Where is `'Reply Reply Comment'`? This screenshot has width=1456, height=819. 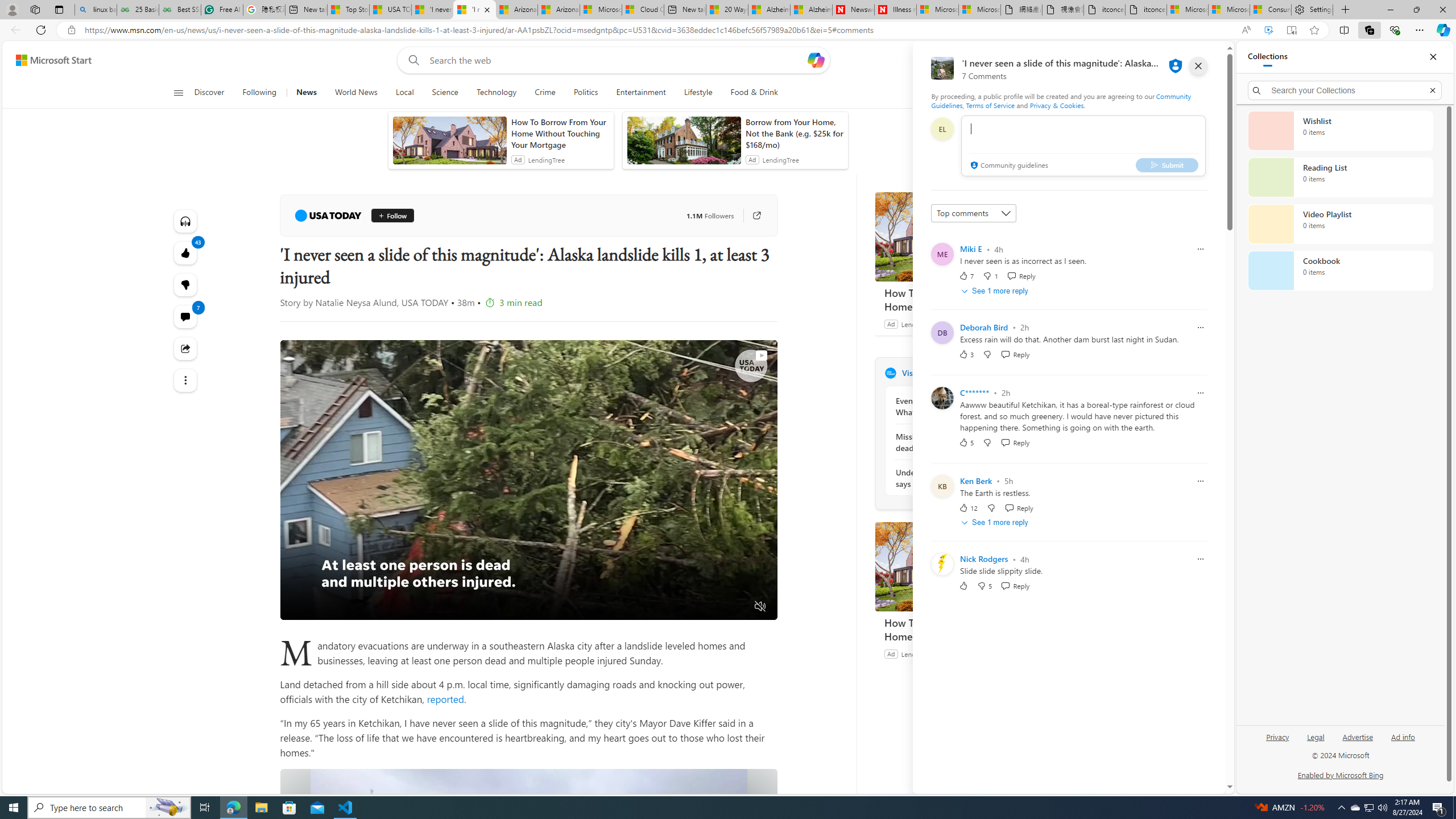
'Reply Reply Comment' is located at coordinates (1015, 586).